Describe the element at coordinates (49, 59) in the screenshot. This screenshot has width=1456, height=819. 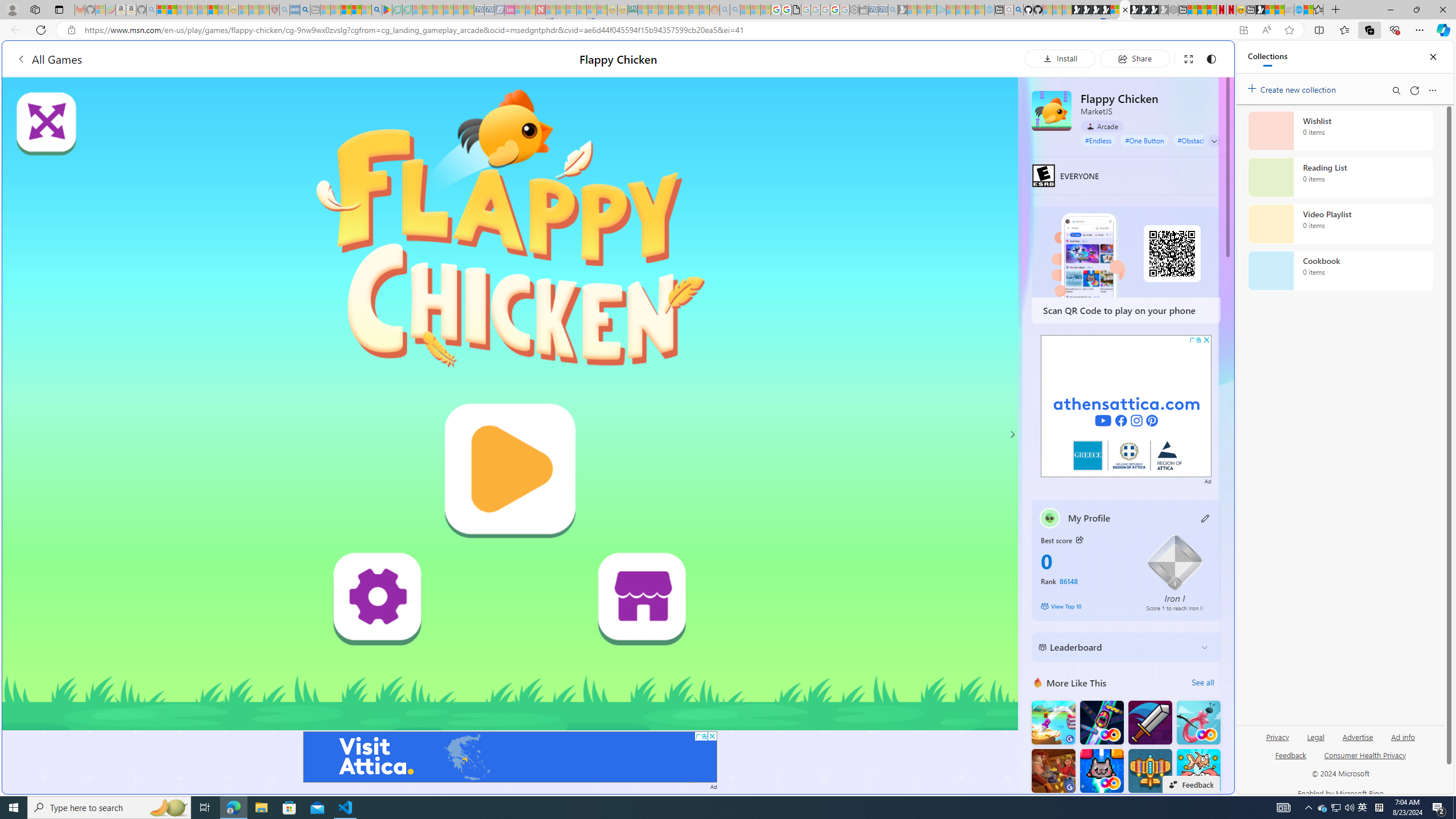
I see `'All Games'` at that location.